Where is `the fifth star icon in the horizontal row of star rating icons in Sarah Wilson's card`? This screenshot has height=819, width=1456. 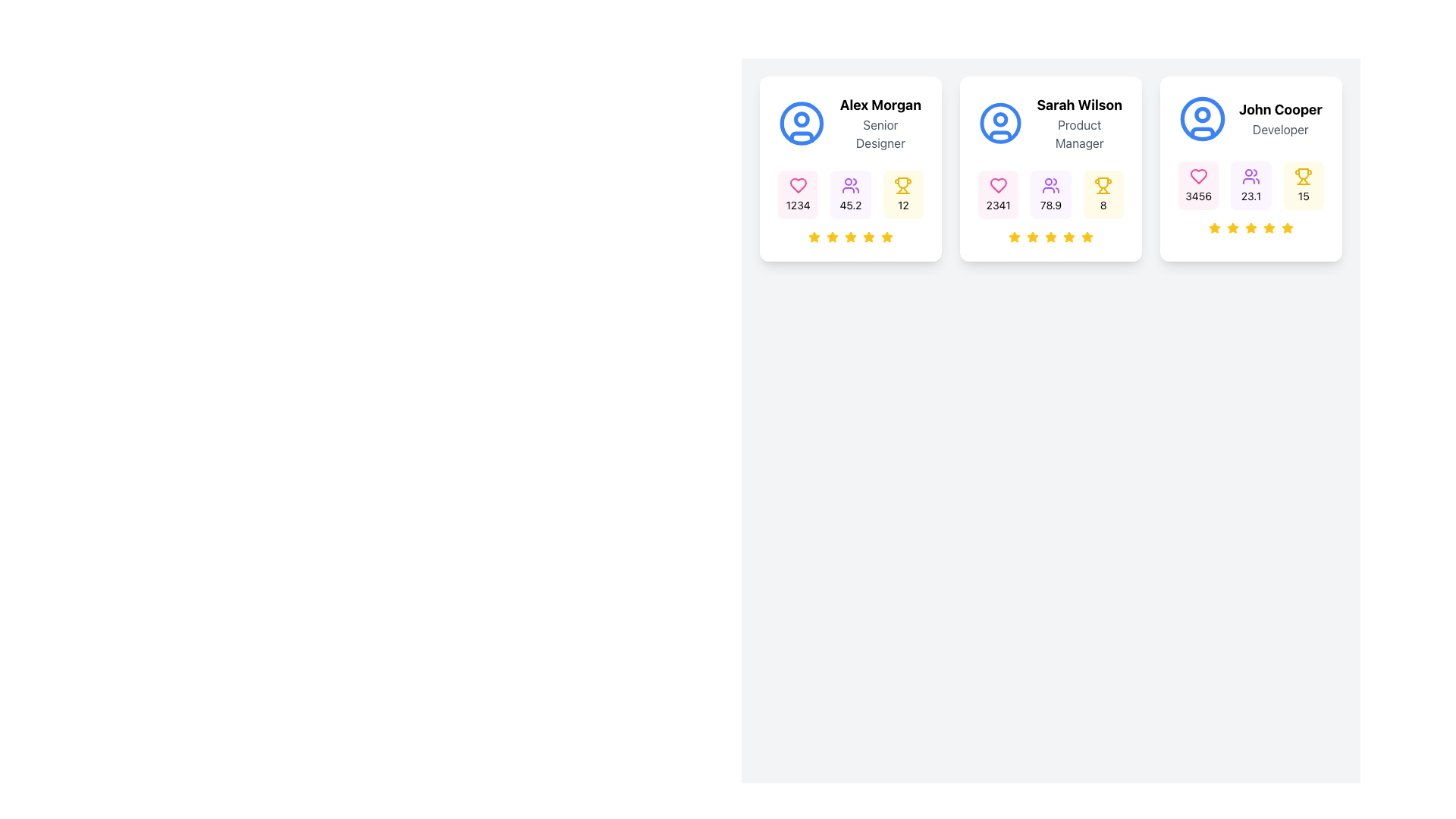
the fifth star icon in the horizontal row of star rating icons in Sarah Wilson's card is located at coordinates (1068, 237).